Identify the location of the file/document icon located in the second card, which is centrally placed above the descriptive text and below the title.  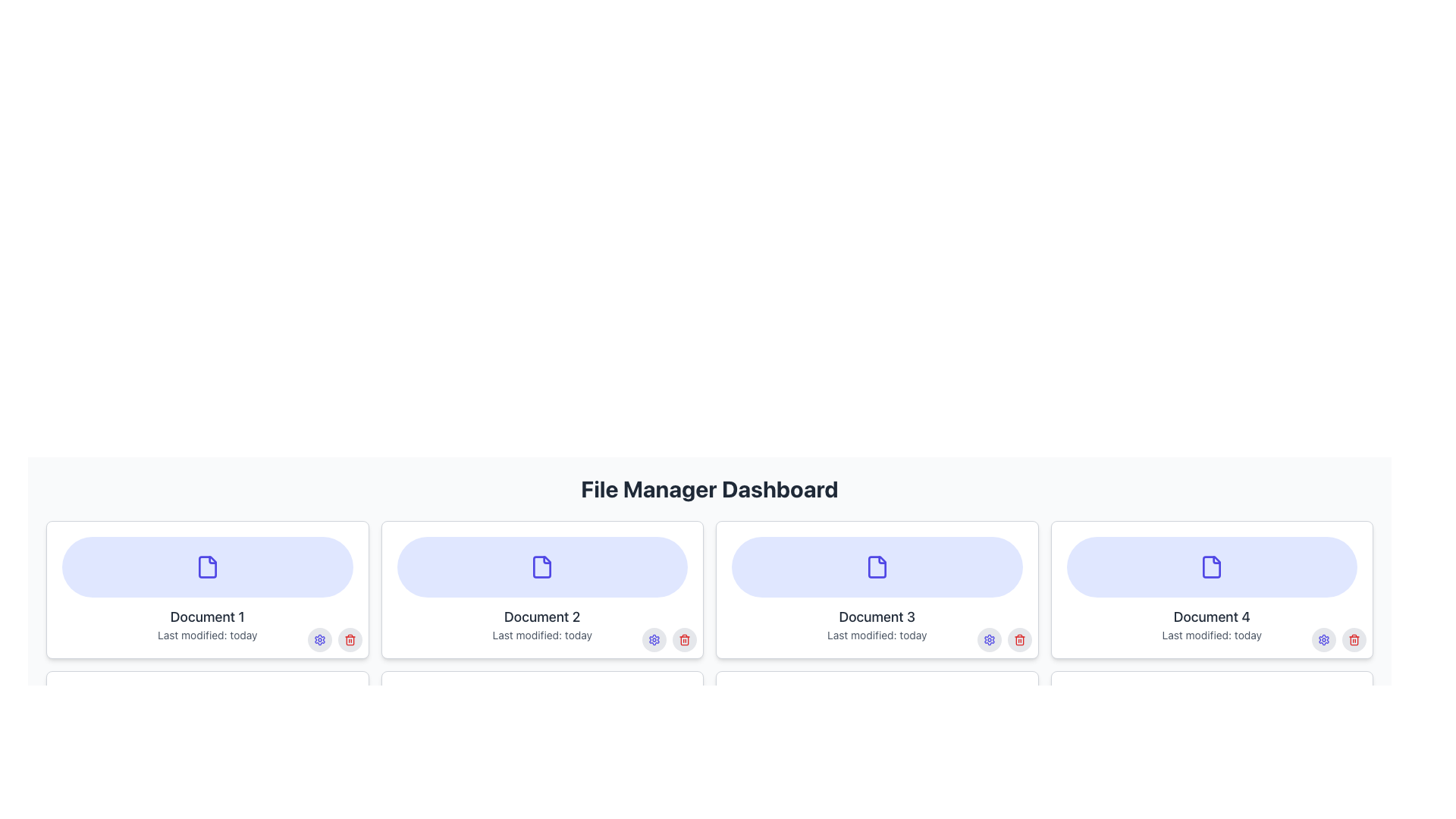
(542, 567).